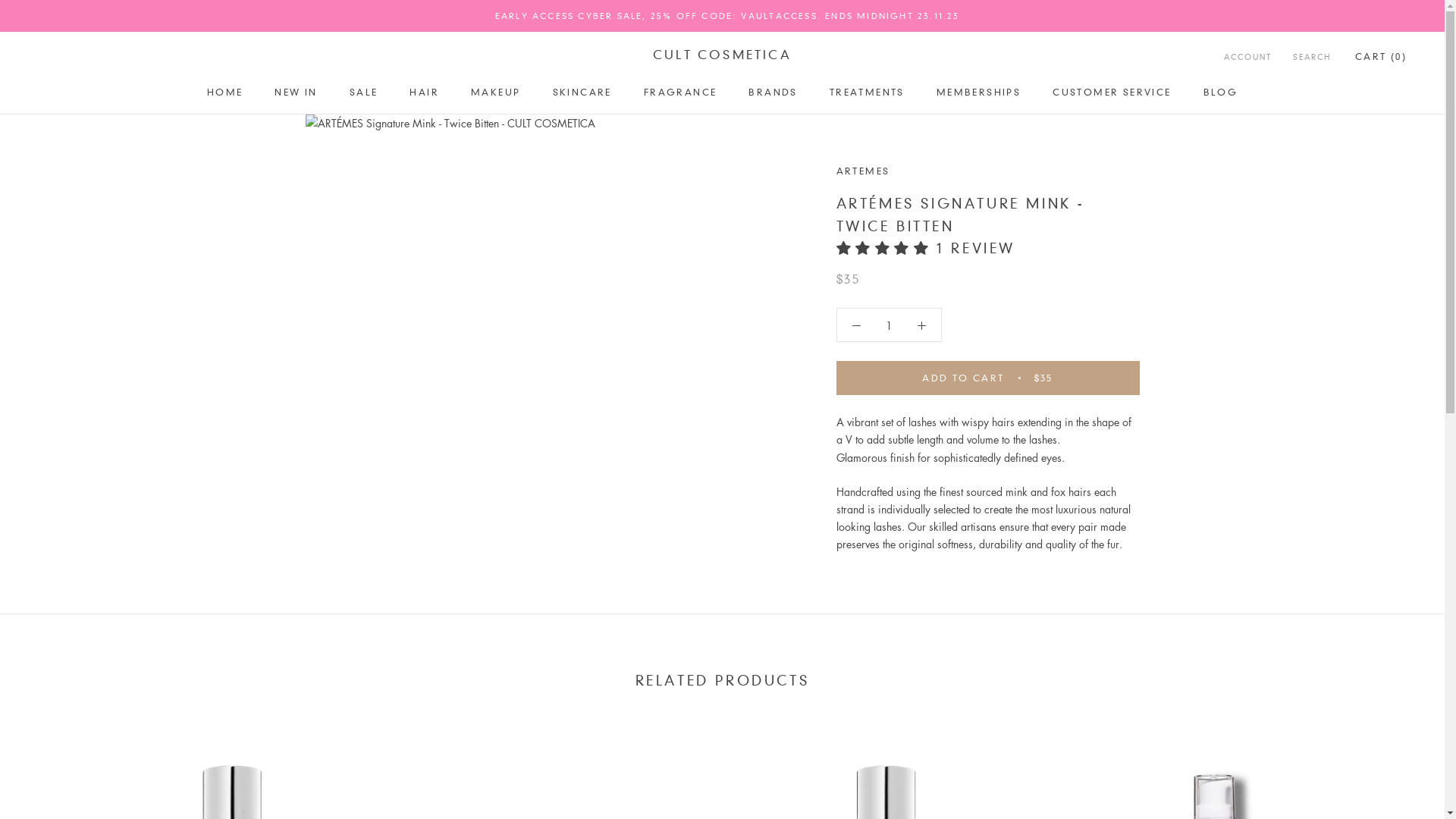 The width and height of the screenshot is (1456, 819). Describe the element at coordinates (1111, 92) in the screenshot. I see `'CUSTOMER SERVICE'` at that location.